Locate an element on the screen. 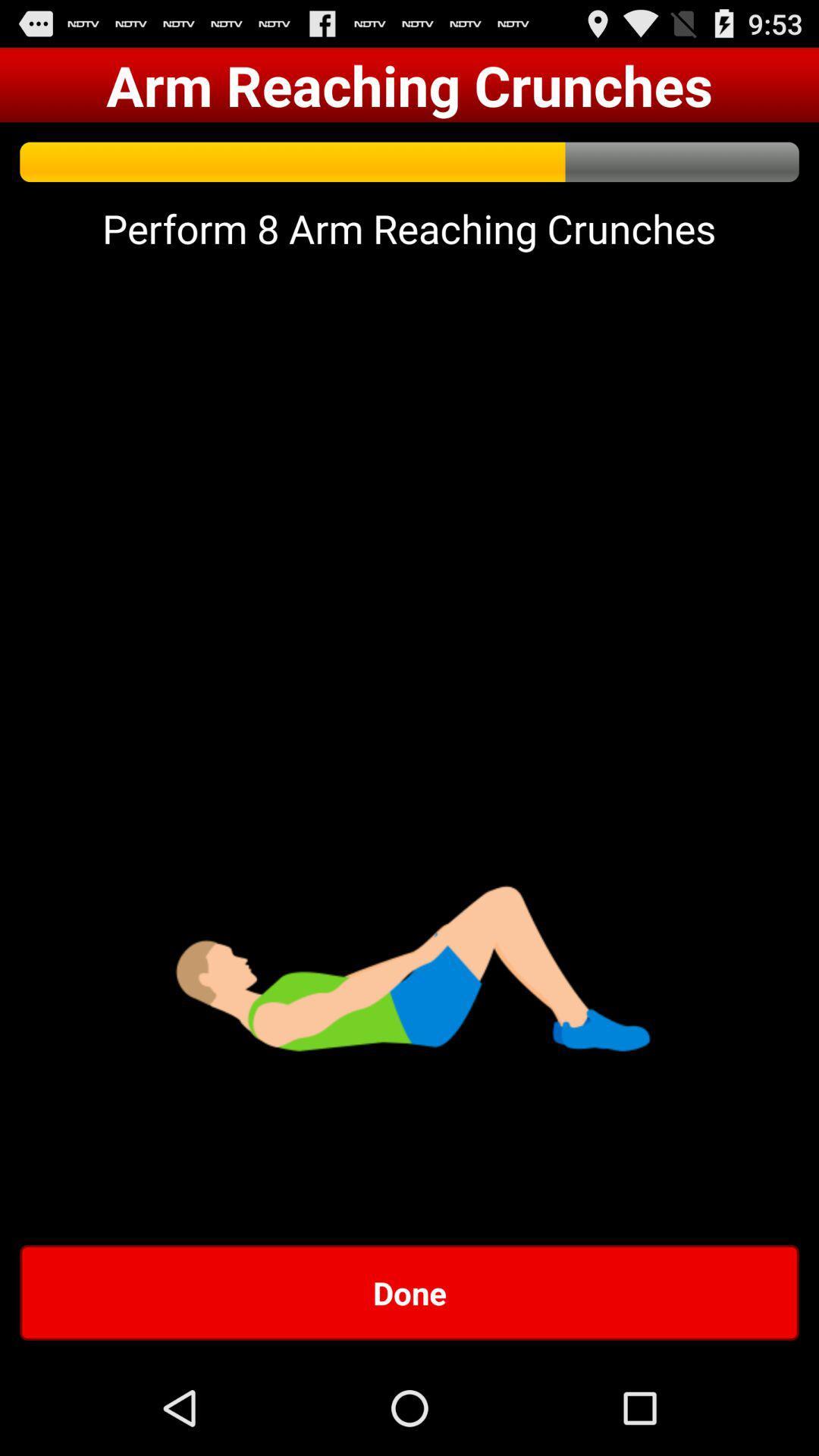 The image size is (819, 1456). item at the bottom is located at coordinates (409, 1291).